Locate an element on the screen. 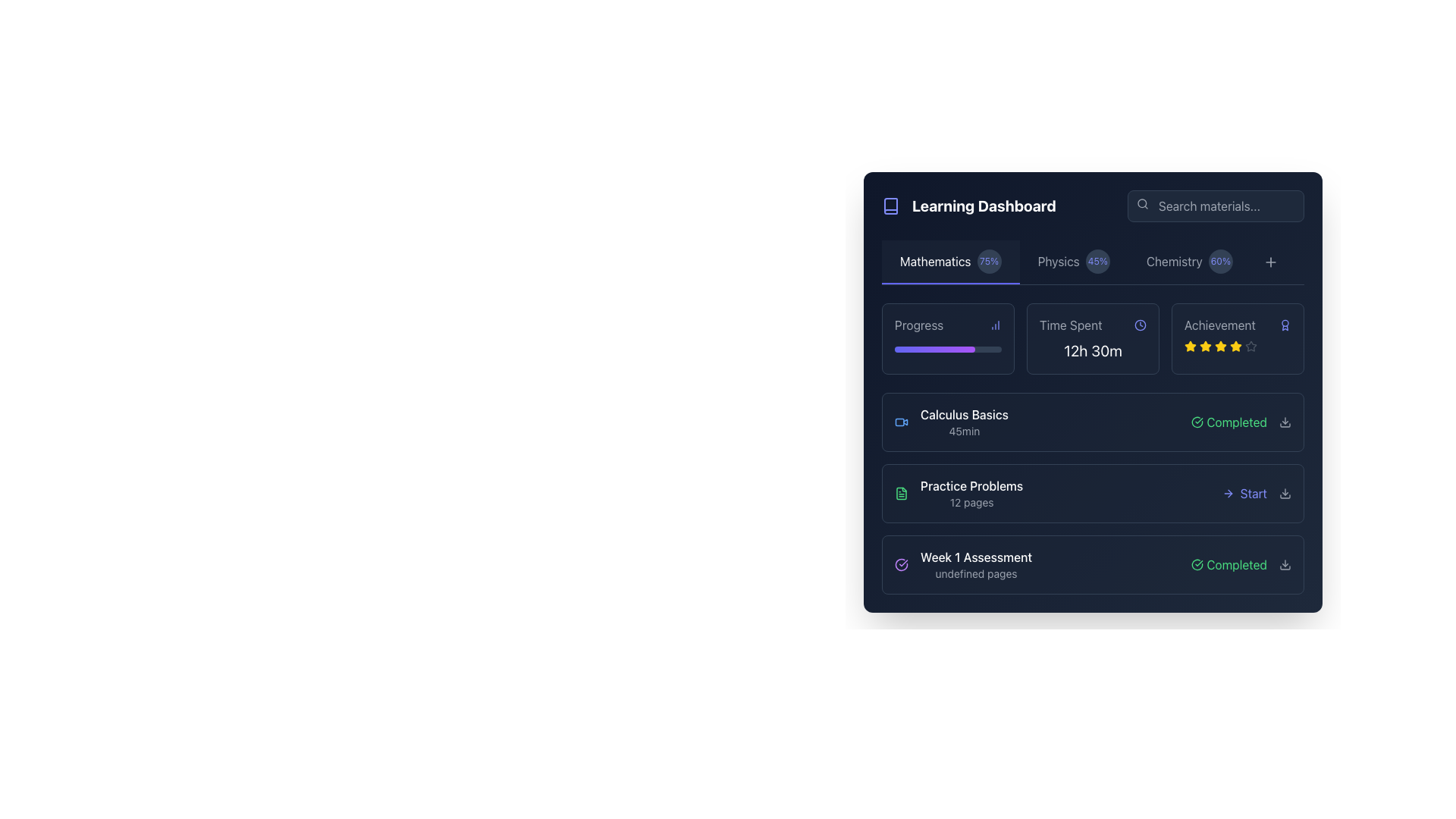 The height and width of the screenshot is (819, 1456). the SVG icon resembling a book located beside the 'Learning Dashboard' text for additional interaction is located at coordinates (891, 206).